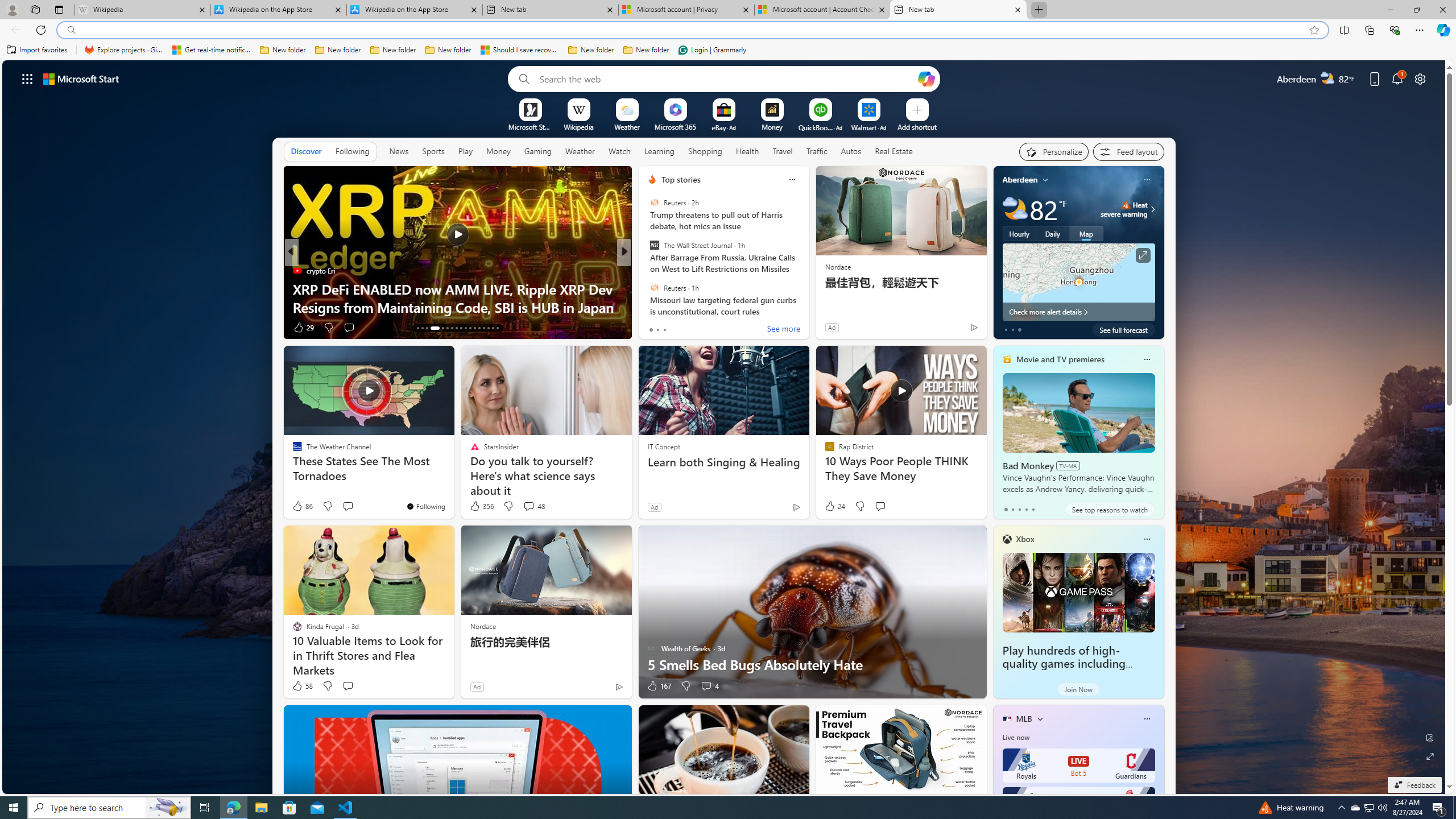 The width and height of the screenshot is (1456, 819). What do you see at coordinates (301, 505) in the screenshot?
I see `'86 Like'` at bounding box center [301, 505].